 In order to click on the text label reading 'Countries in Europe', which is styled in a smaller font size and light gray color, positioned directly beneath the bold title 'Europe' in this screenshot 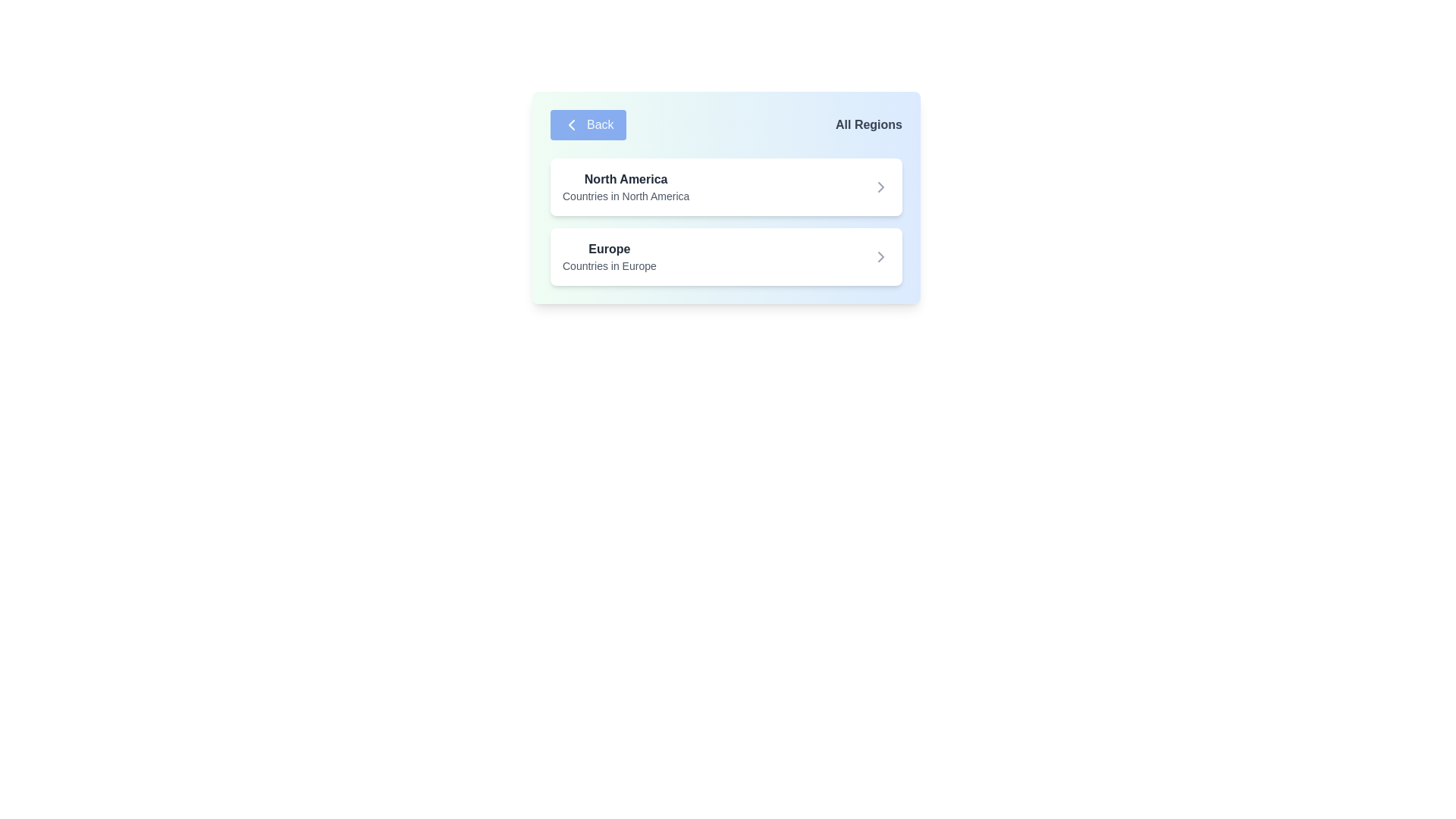, I will do `click(609, 265)`.